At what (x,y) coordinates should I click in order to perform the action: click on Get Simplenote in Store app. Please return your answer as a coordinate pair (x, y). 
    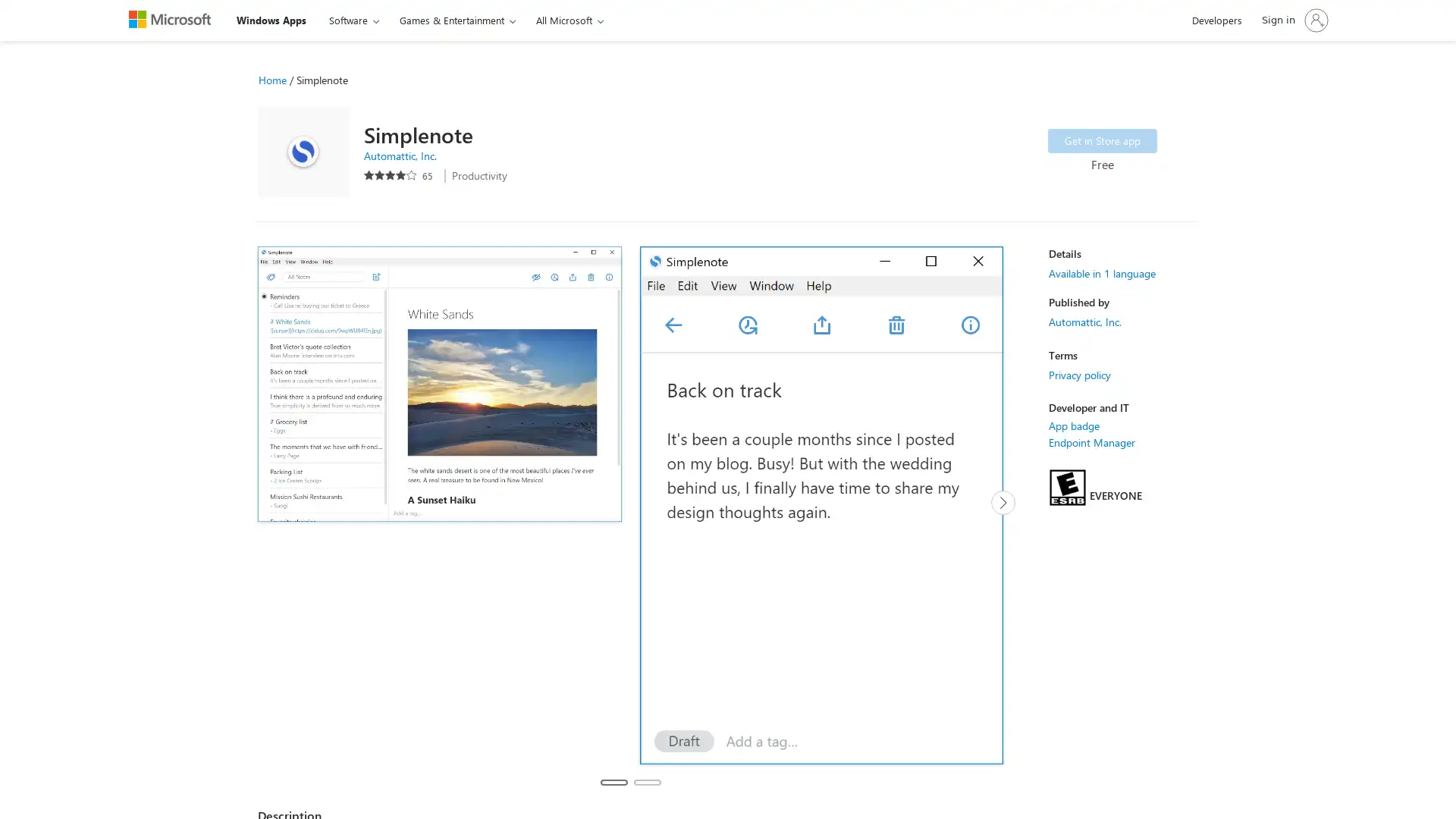
    Looking at the image, I should click on (1102, 140).